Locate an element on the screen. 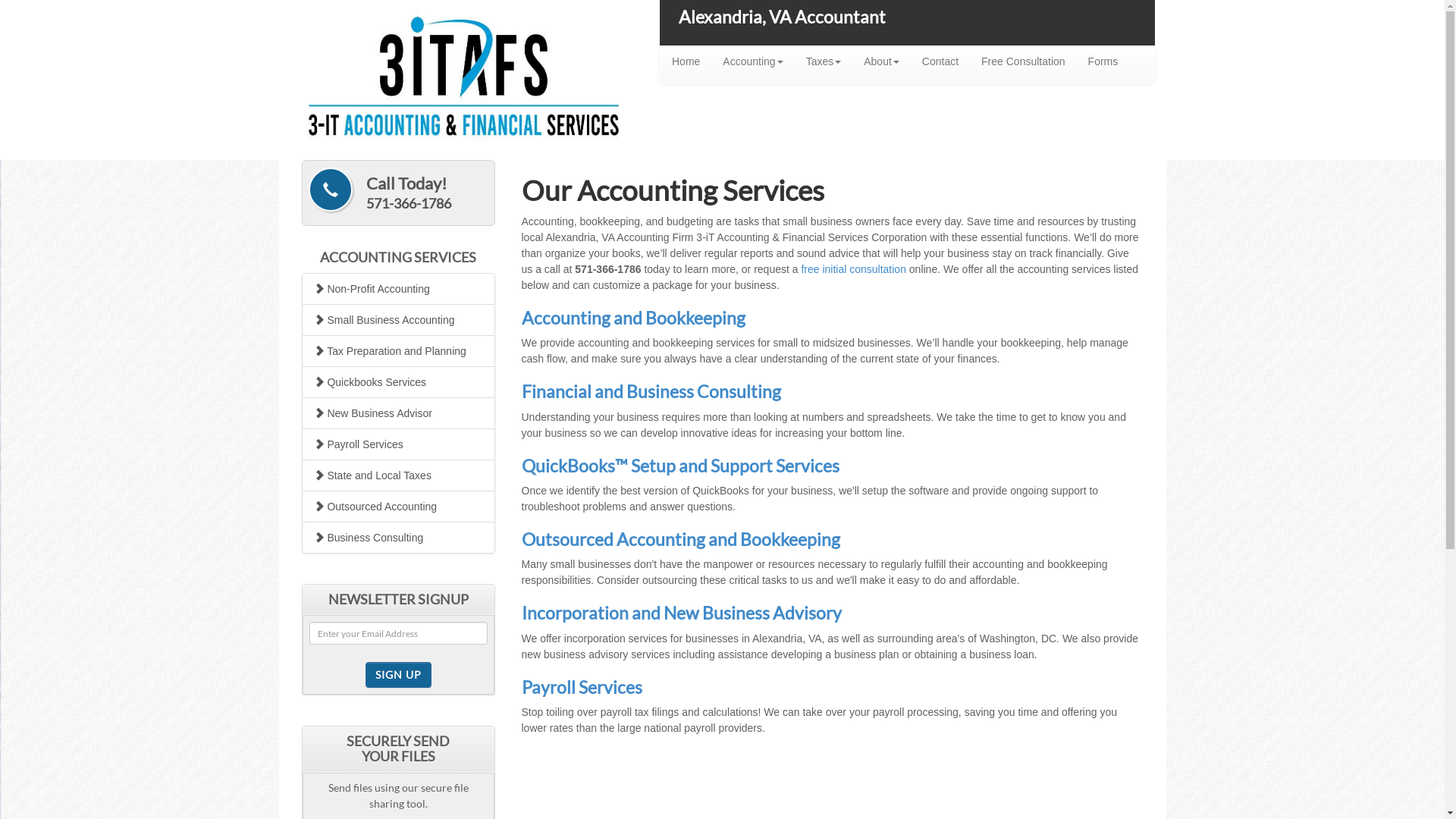 This screenshot has height=819, width=1456. 'Quickbooks Services' is located at coordinates (398, 381).